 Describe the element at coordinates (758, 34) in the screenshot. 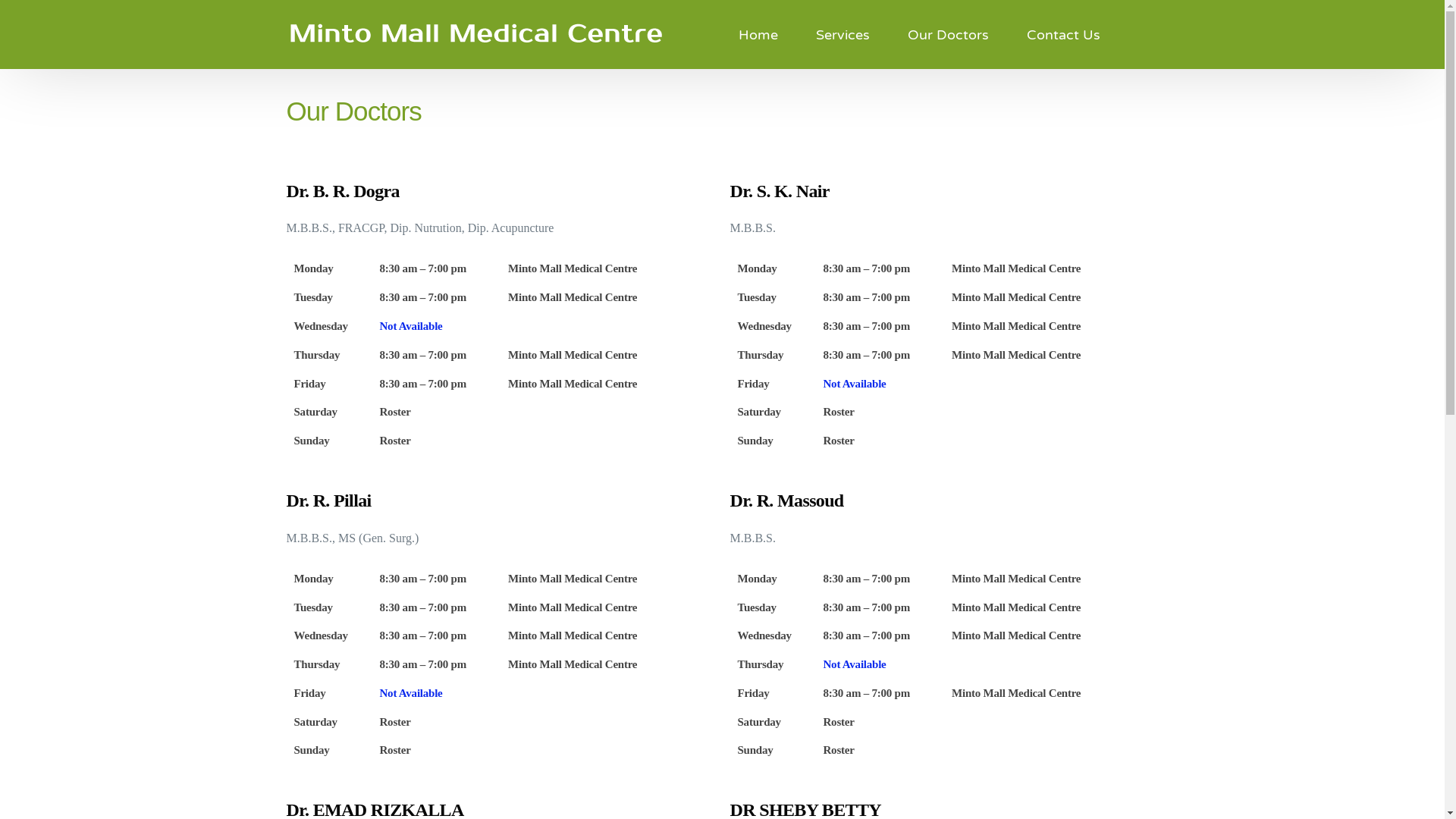

I see `'Home'` at that location.